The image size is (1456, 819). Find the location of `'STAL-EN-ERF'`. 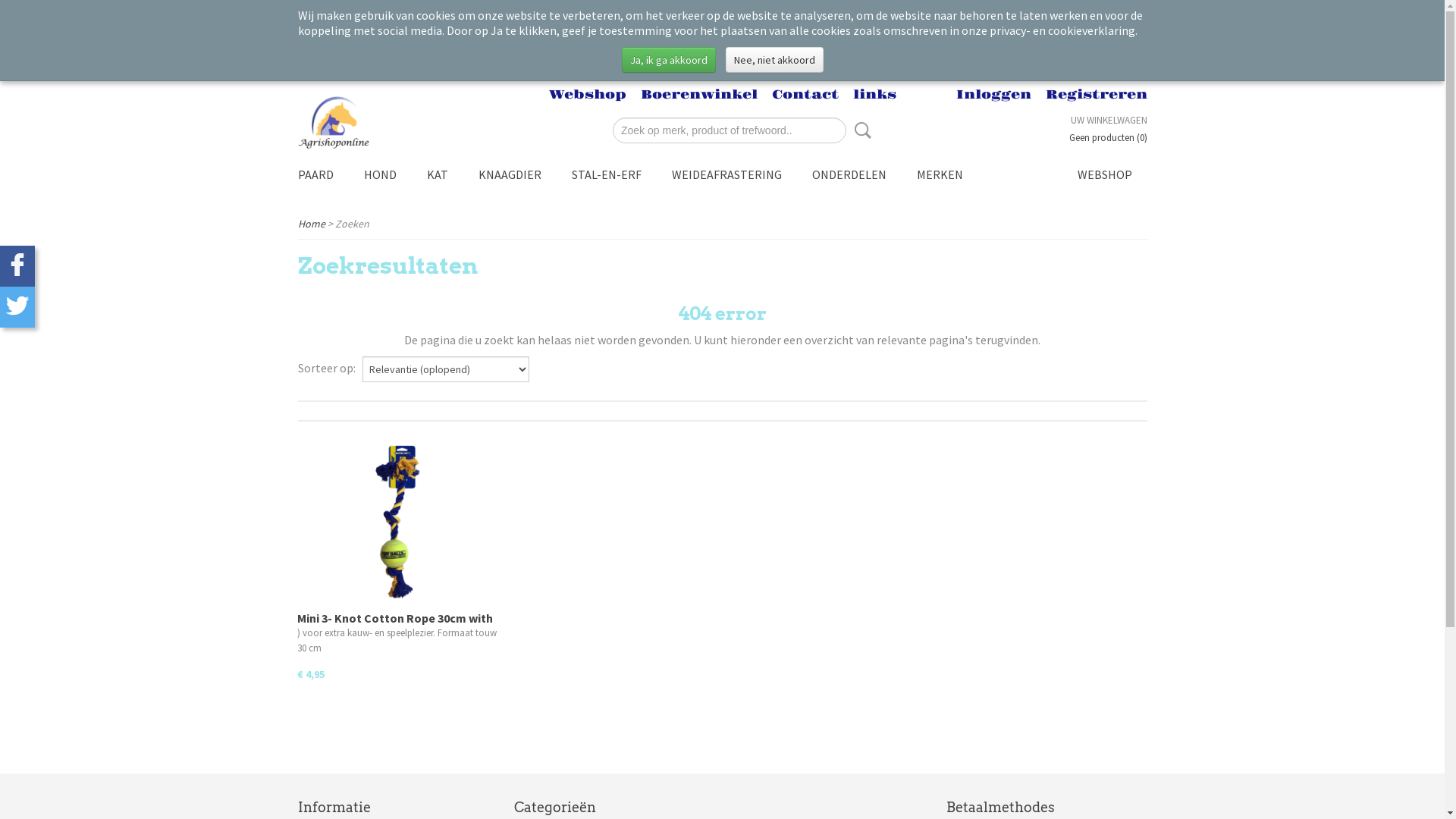

'STAL-EN-ERF' is located at coordinates (607, 174).